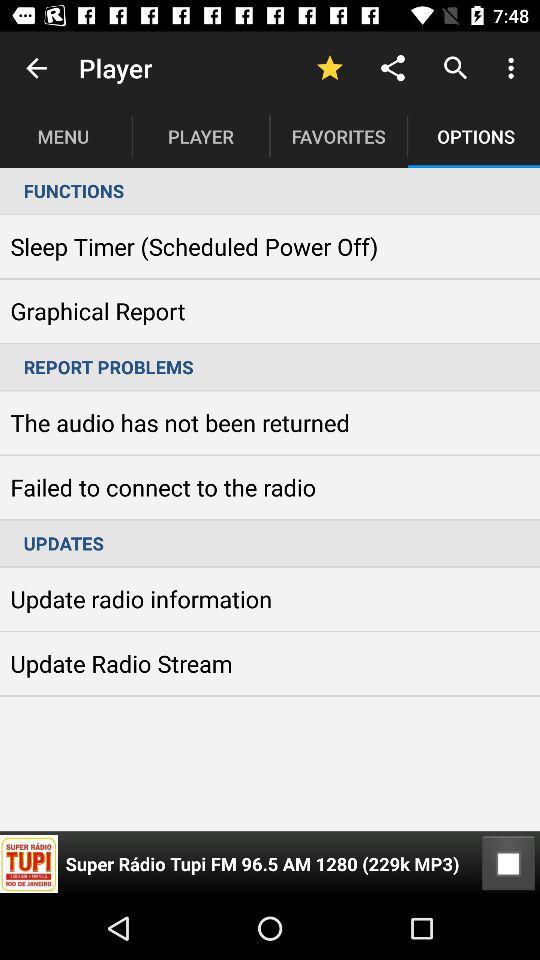 The image size is (540, 960). Describe the element at coordinates (36, 68) in the screenshot. I see `icon above the menu` at that location.